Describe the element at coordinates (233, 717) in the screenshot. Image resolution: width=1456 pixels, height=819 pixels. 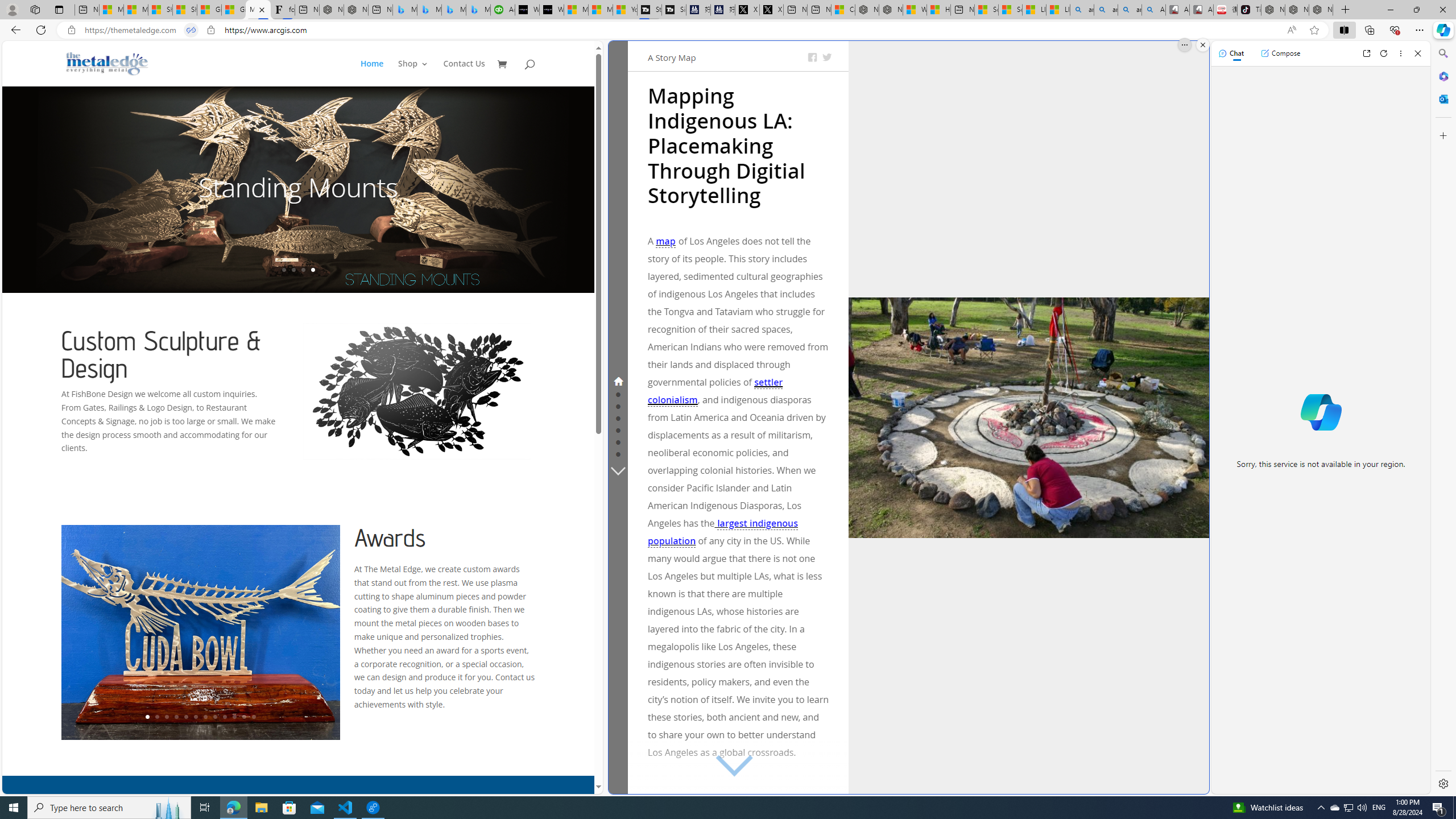
I see `'10'` at that location.